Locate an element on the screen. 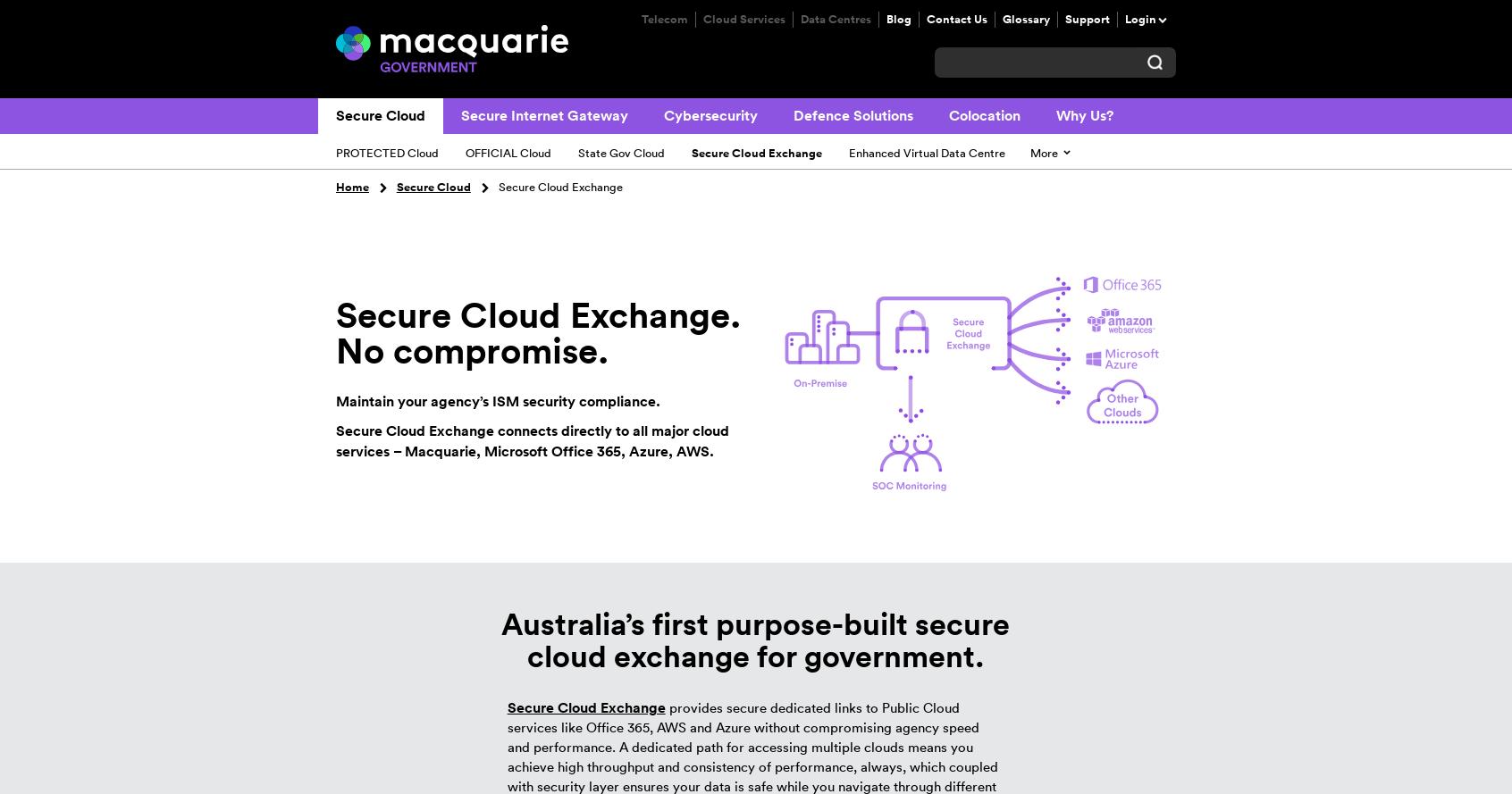 The image size is (1512, 794). 'State Gov Cloud' is located at coordinates (621, 153).